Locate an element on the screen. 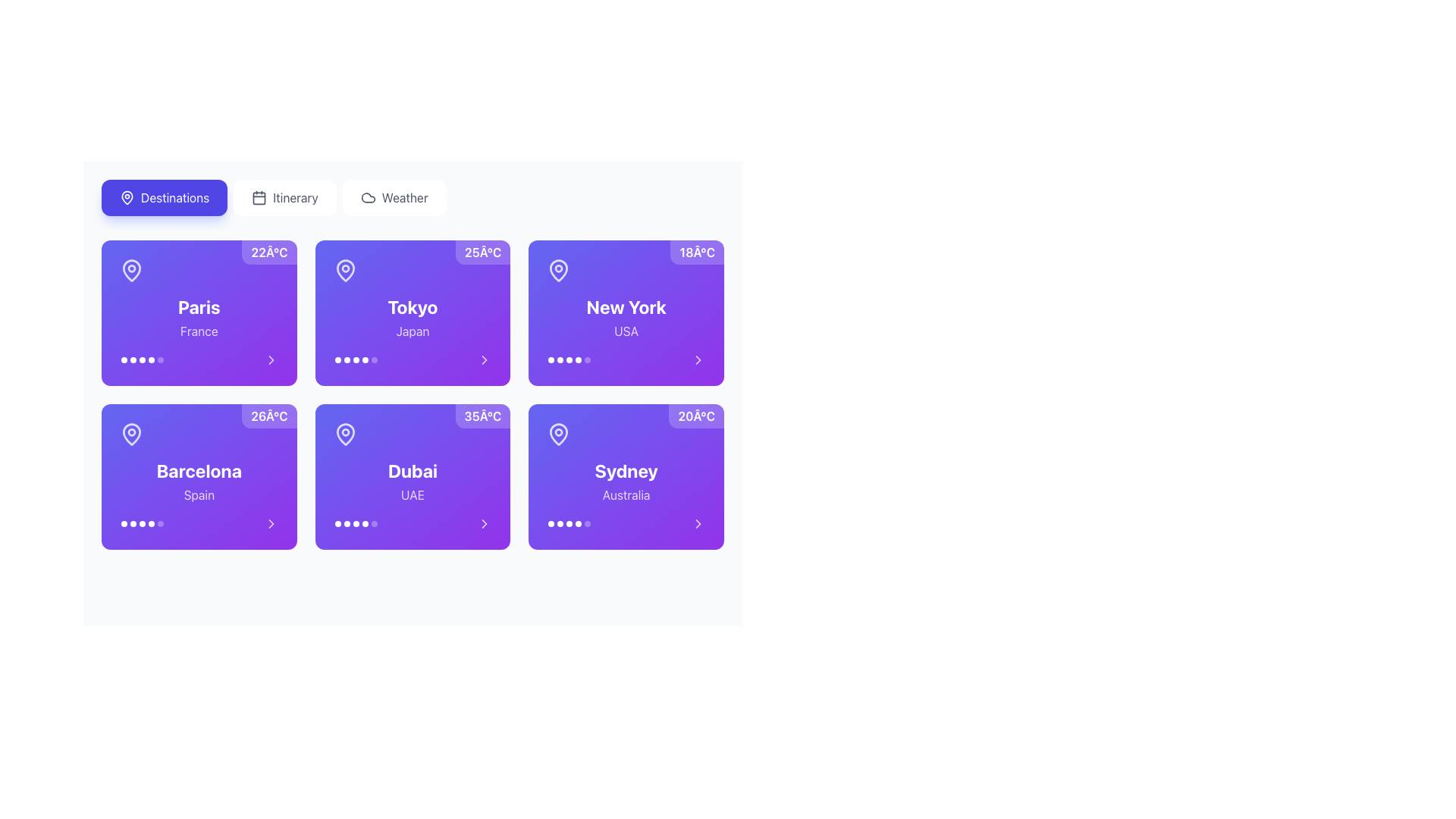 Image resolution: width=1456 pixels, height=819 pixels. the map pin icon located at the top-center inside the card representing 'Tokyo, Japan' in the second column of the first row of the grid is located at coordinates (344, 270).